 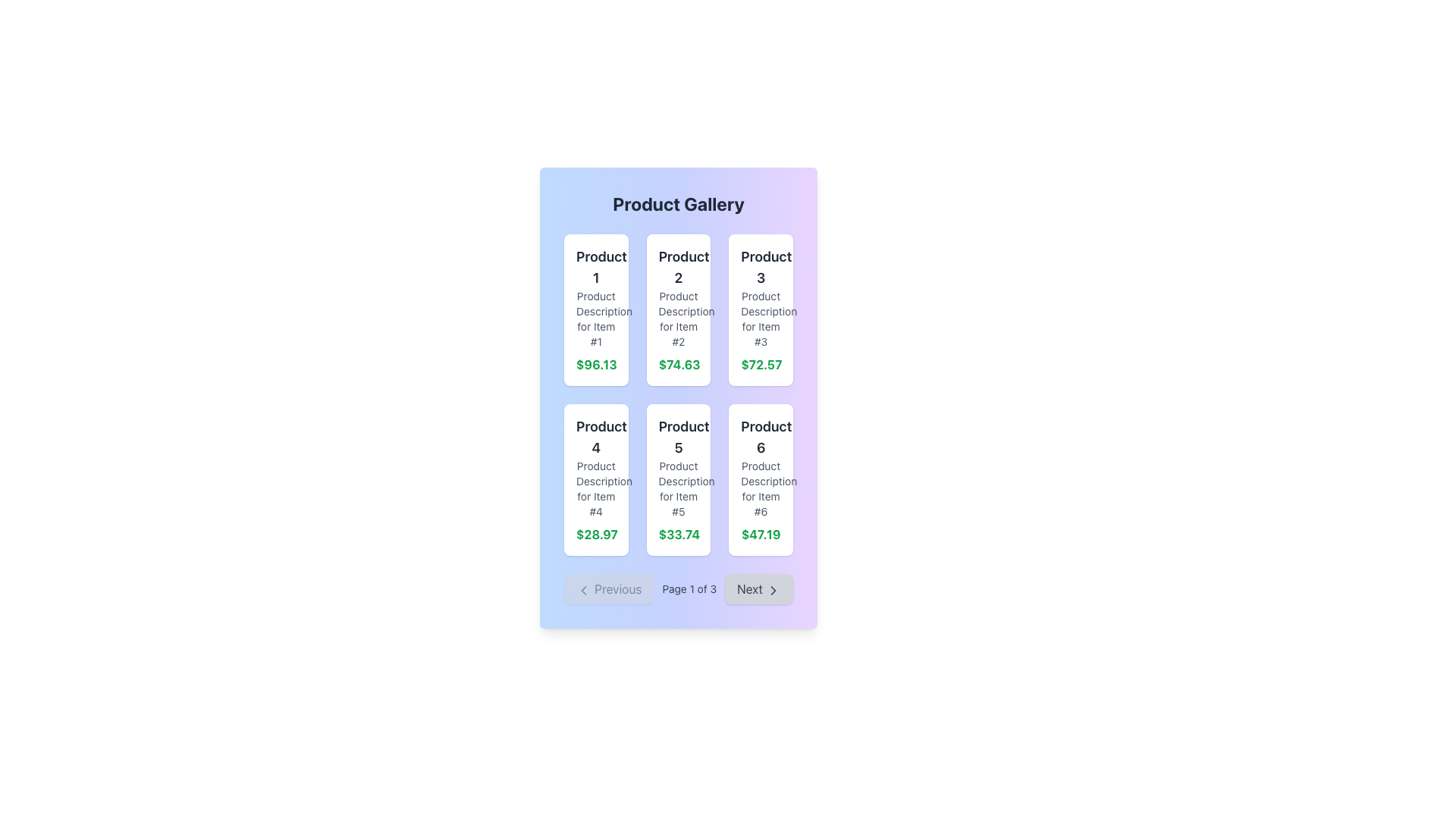 I want to click on price text associated with 'Product 4' located at the bottom of the 'Product 4' card in the second row, leftmost column of the grid layout, so click(x=595, y=534).